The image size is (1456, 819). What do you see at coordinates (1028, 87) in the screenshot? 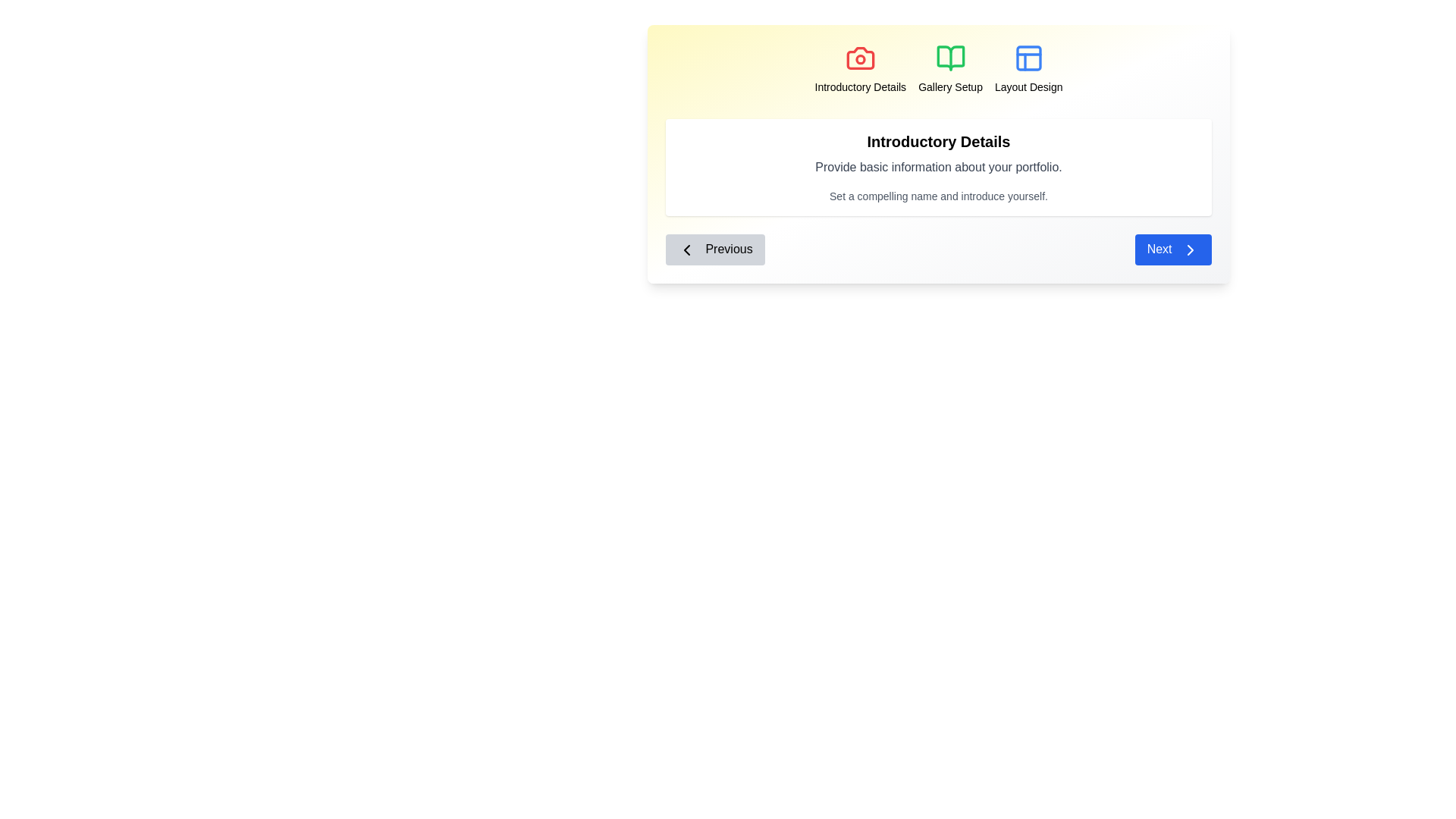
I see `the text label that serves as a descriptor or title for the related icon, positioned at the bottom of a vertically stacked group of elements, below a blue square icon` at bounding box center [1028, 87].